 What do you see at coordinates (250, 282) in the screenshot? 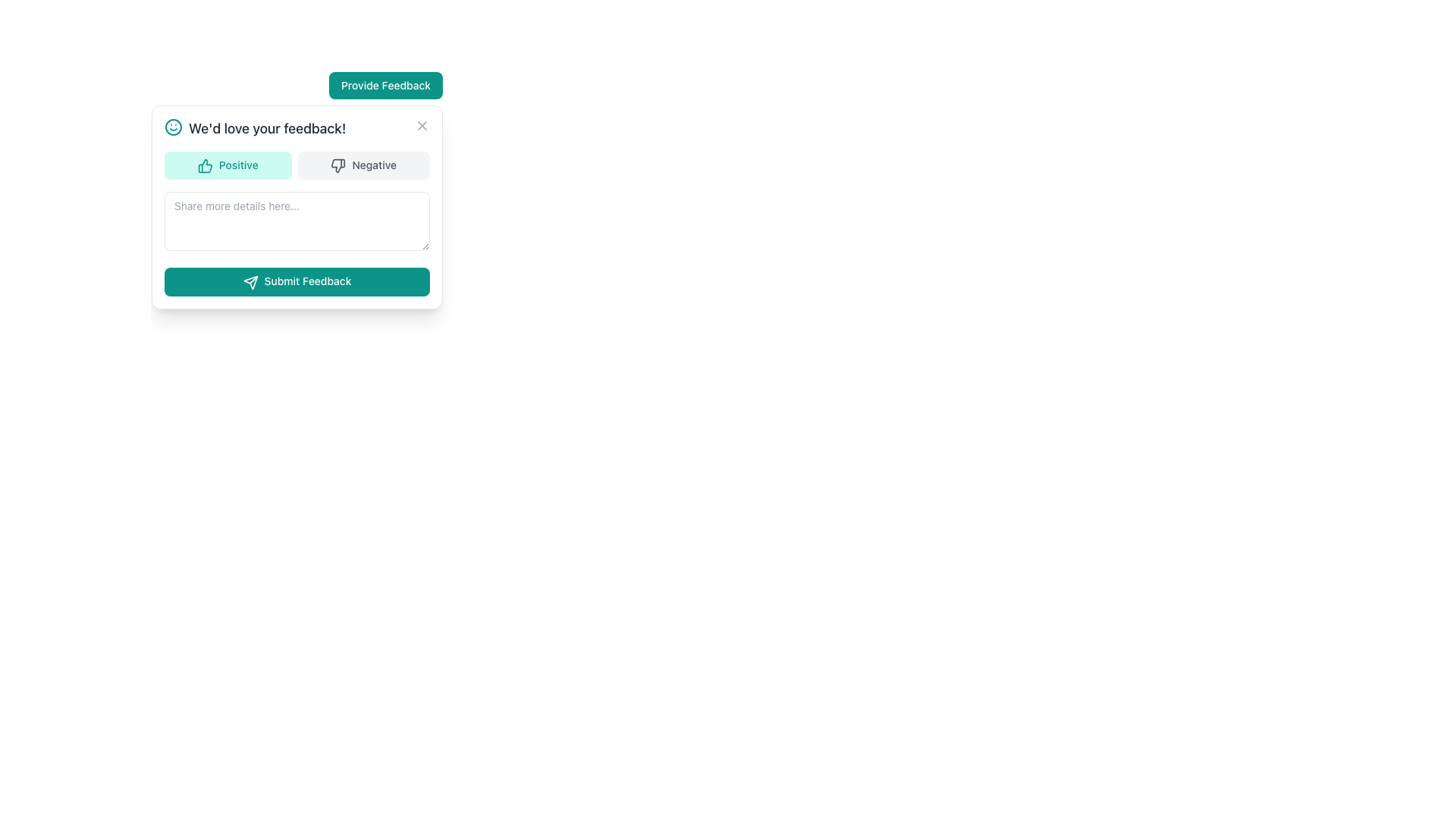
I see `the paper airplane icon located within the teal 'Submit Feedback' button at the bottom of the feedback form` at bounding box center [250, 282].